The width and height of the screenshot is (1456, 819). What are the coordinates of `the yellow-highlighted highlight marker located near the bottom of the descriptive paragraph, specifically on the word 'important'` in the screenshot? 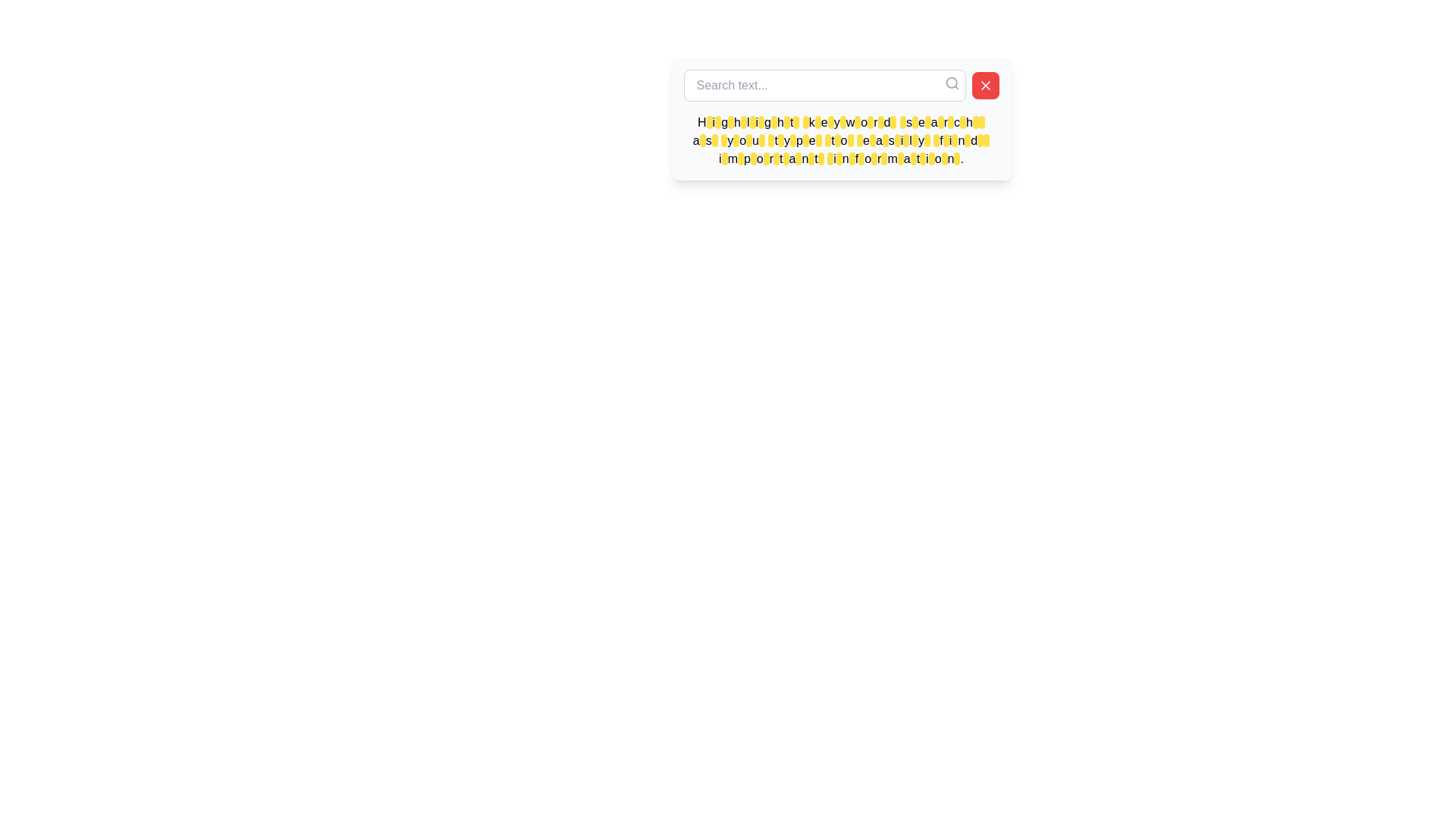 It's located at (798, 158).